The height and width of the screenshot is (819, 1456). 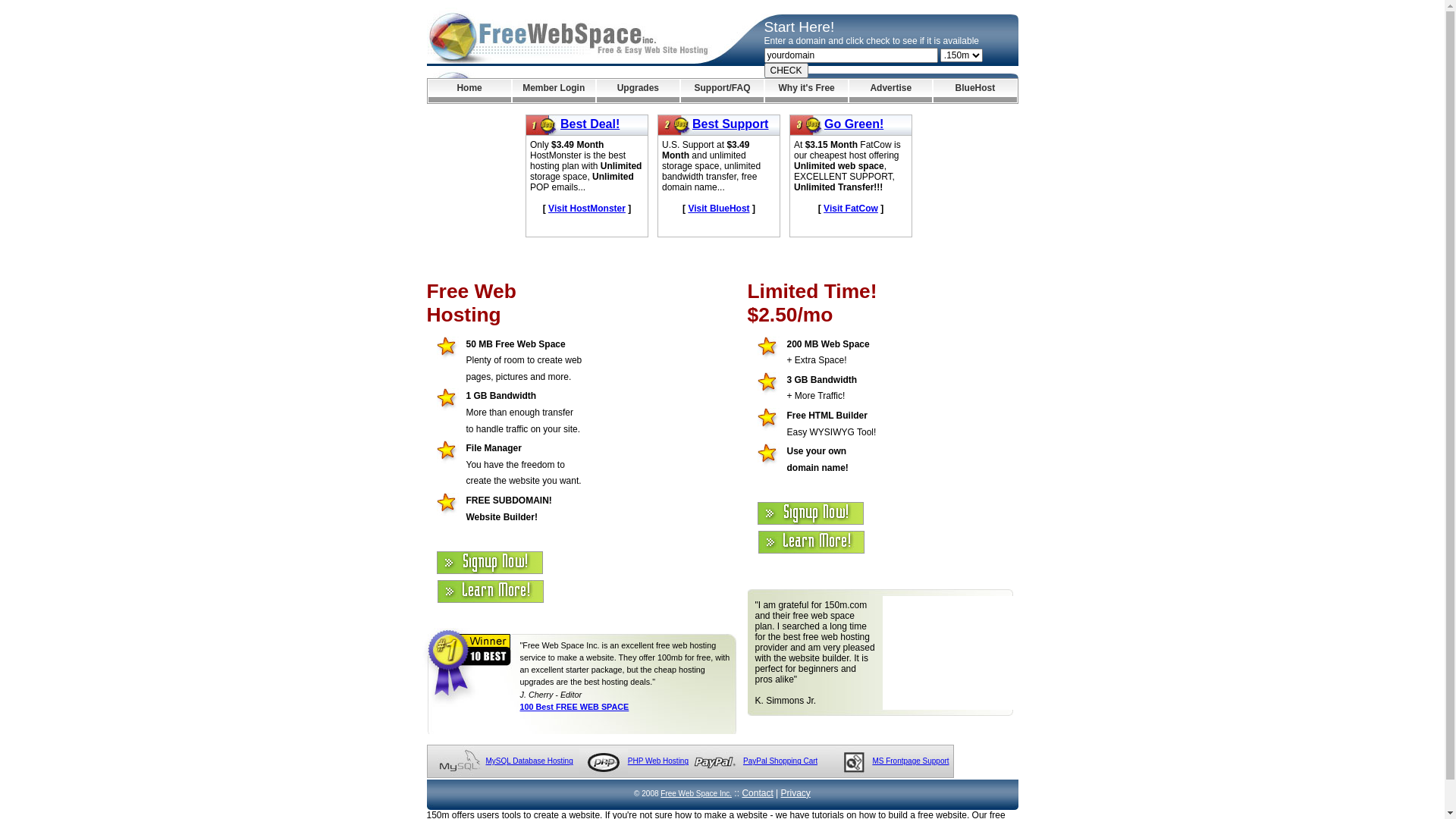 What do you see at coordinates (553, 90) in the screenshot?
I see `'Member Login'` at bounding box center [553, 90].